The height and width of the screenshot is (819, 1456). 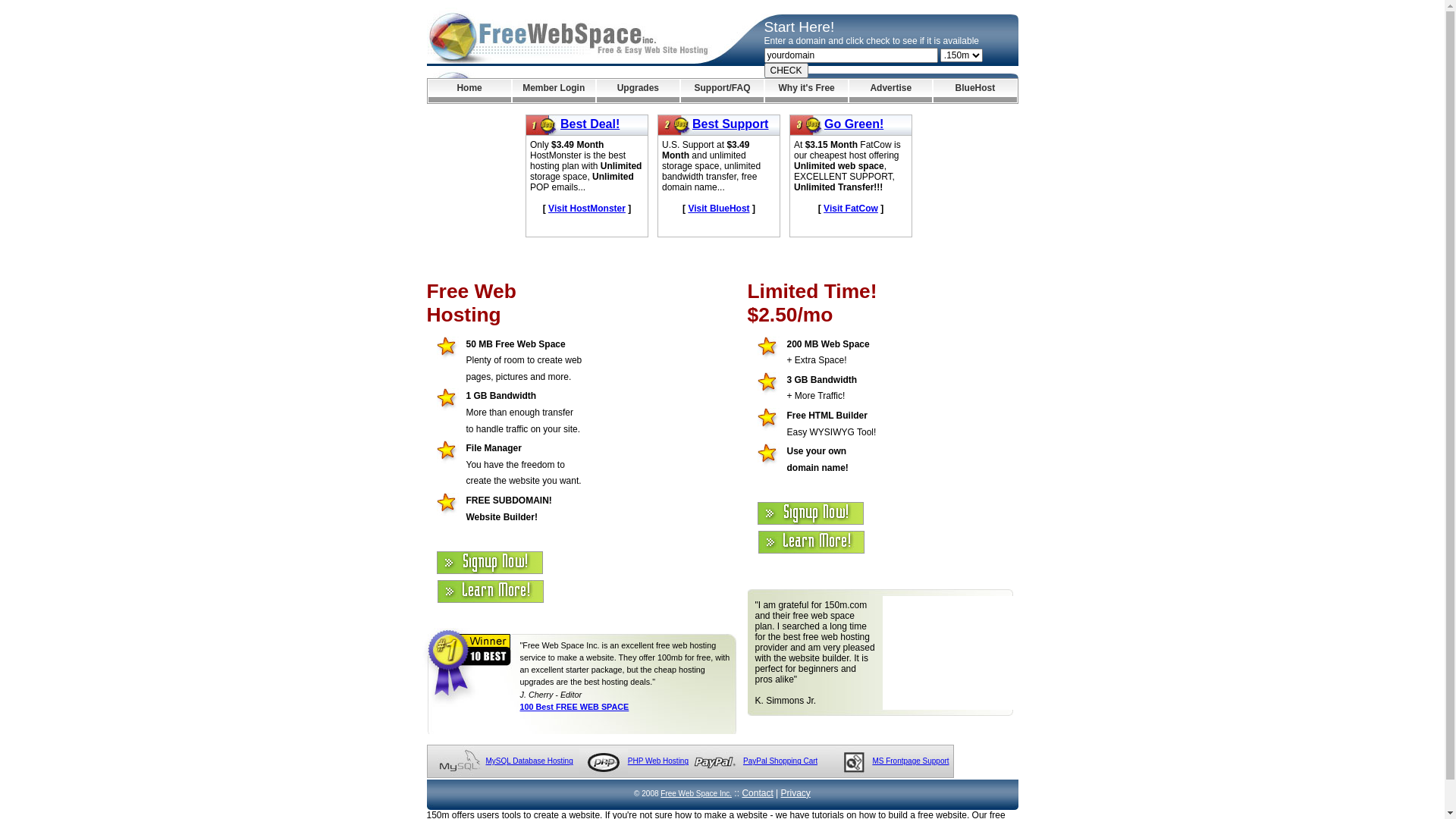 What do you see at coordinates (553, 90) in the screenshot?
I see `'Member Login'` at bounding box center [553, 90].